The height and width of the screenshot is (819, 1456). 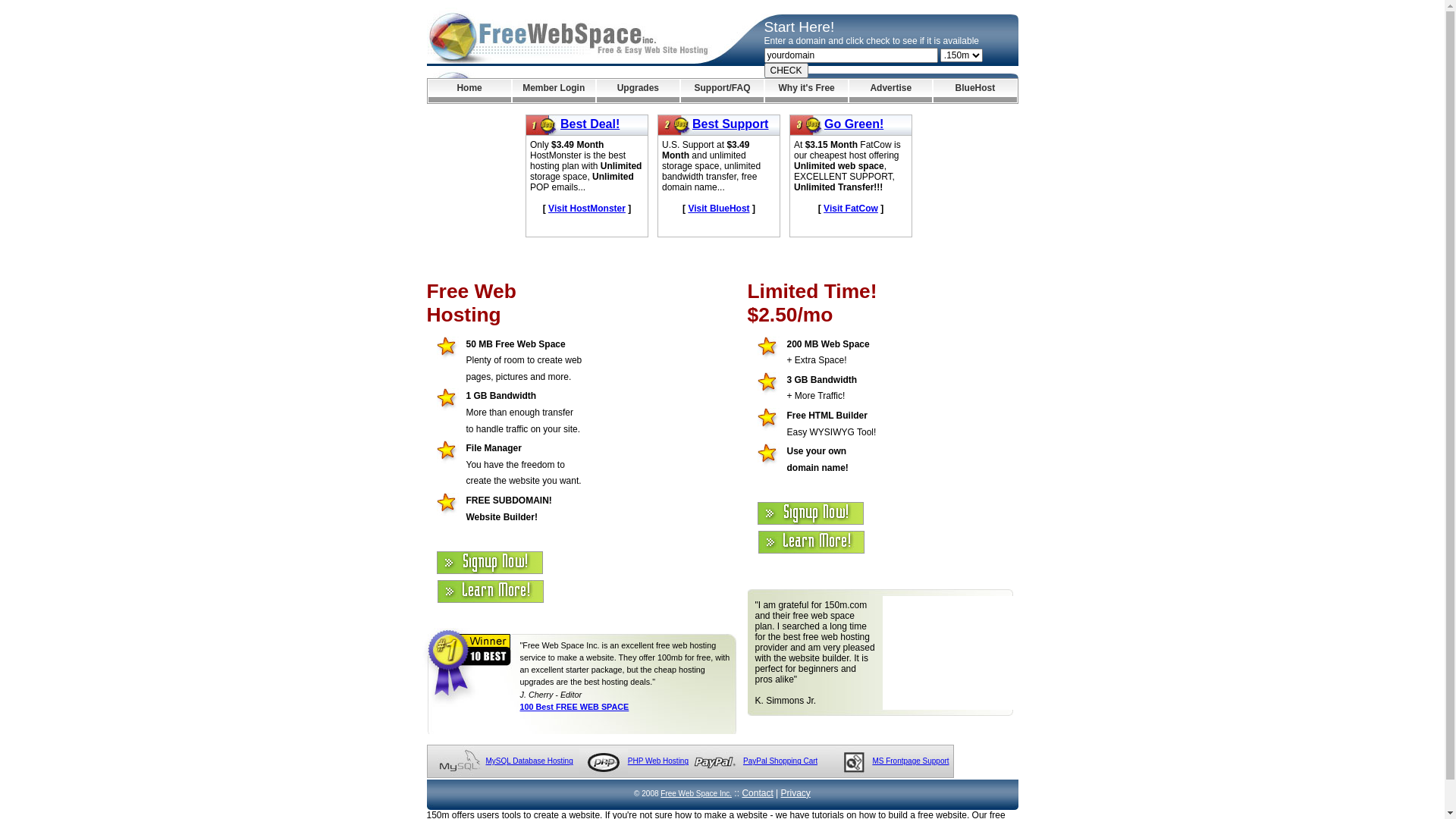 What do you see at coordinates (553, 90) in the screenshot?
I see `'Member Login'` at bounding box center [553, 90].